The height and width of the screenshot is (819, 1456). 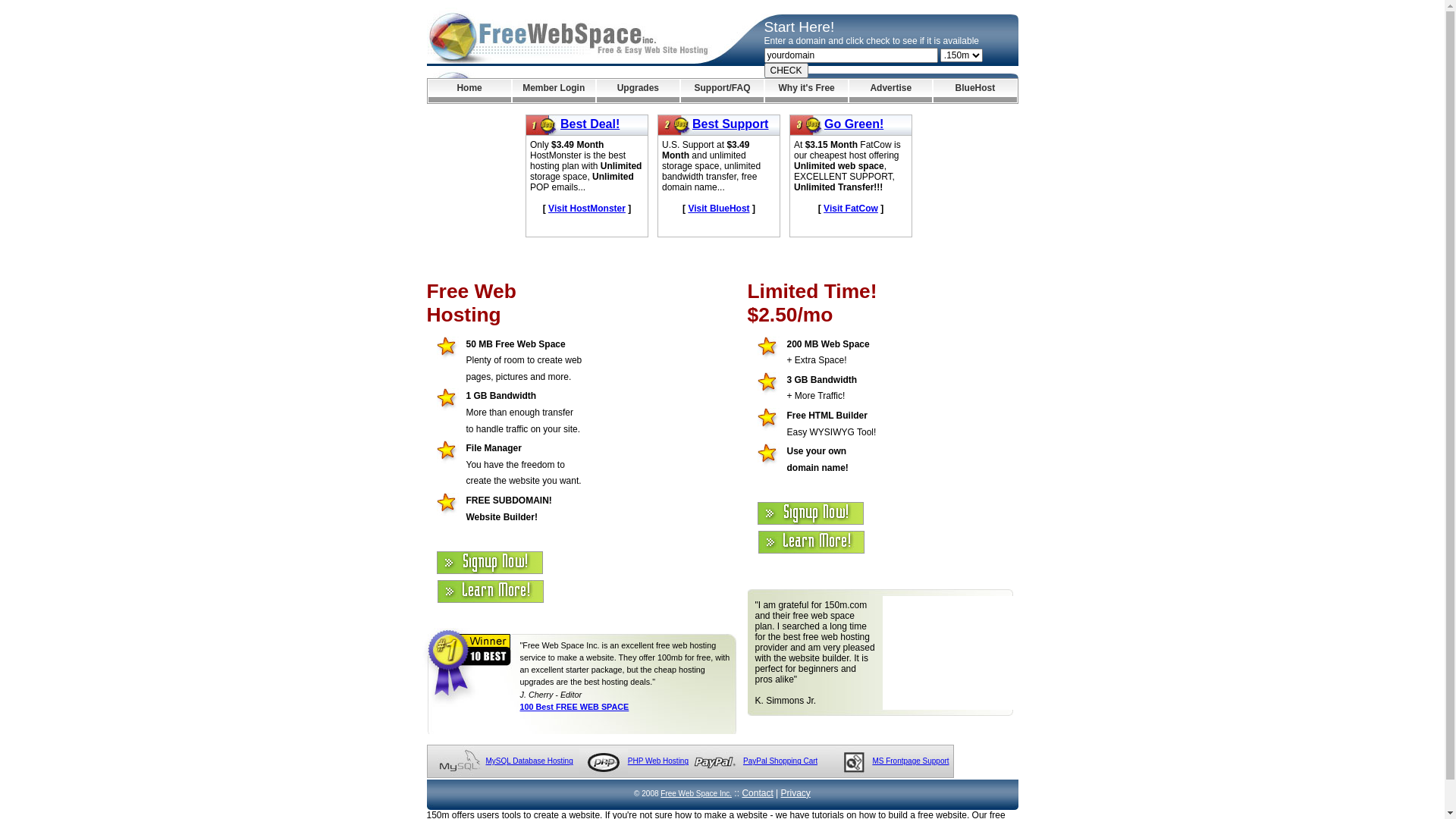 What do you see at coordinates (553, 90) in the screenshot?
I see `'Member Login'` at bounding box center [553, 90].